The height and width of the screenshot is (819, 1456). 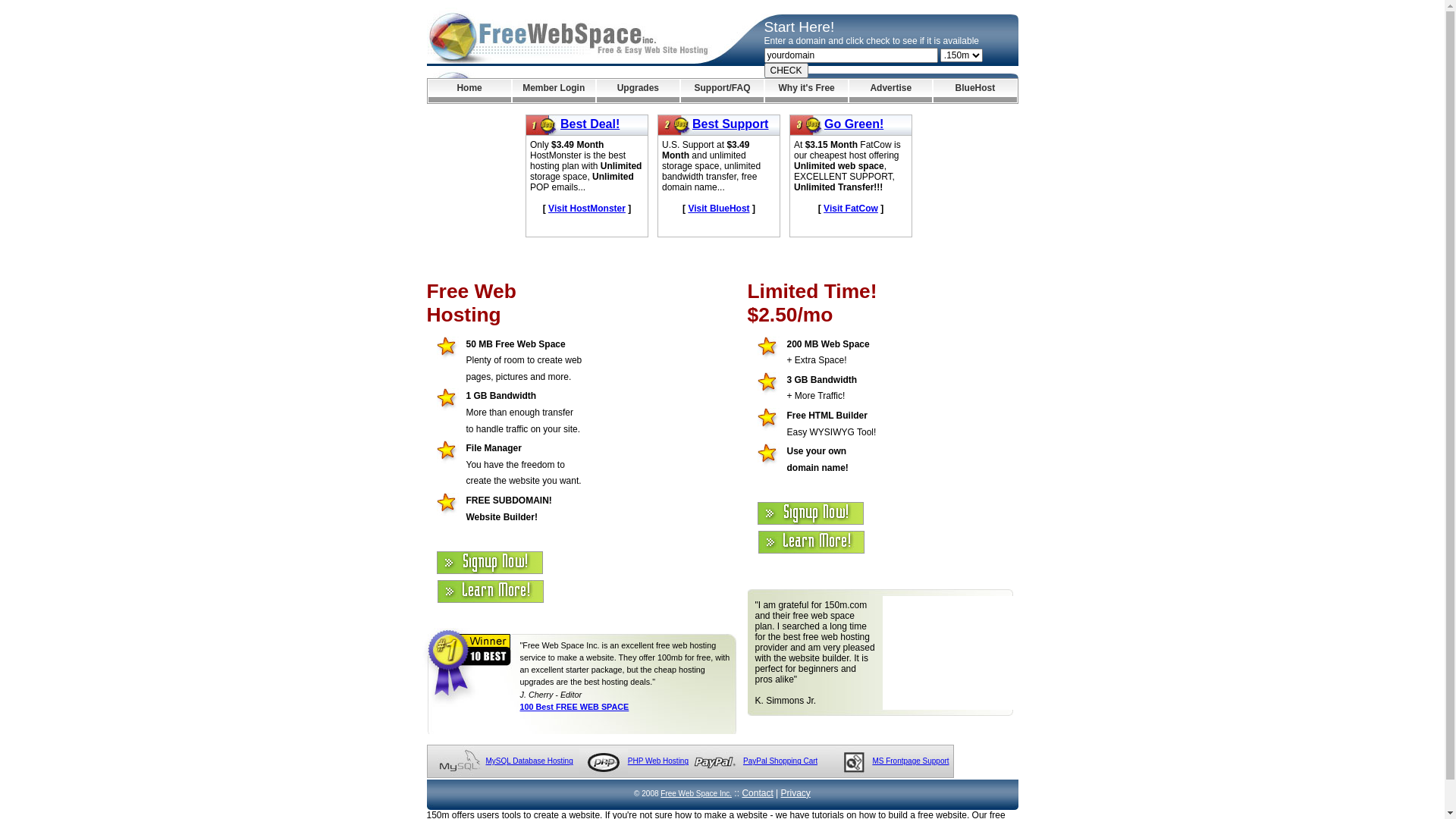 What do you see at coordinates (553, 90) in the screenshot?
I see `'Member Login'` at bounding box center [553, 90].